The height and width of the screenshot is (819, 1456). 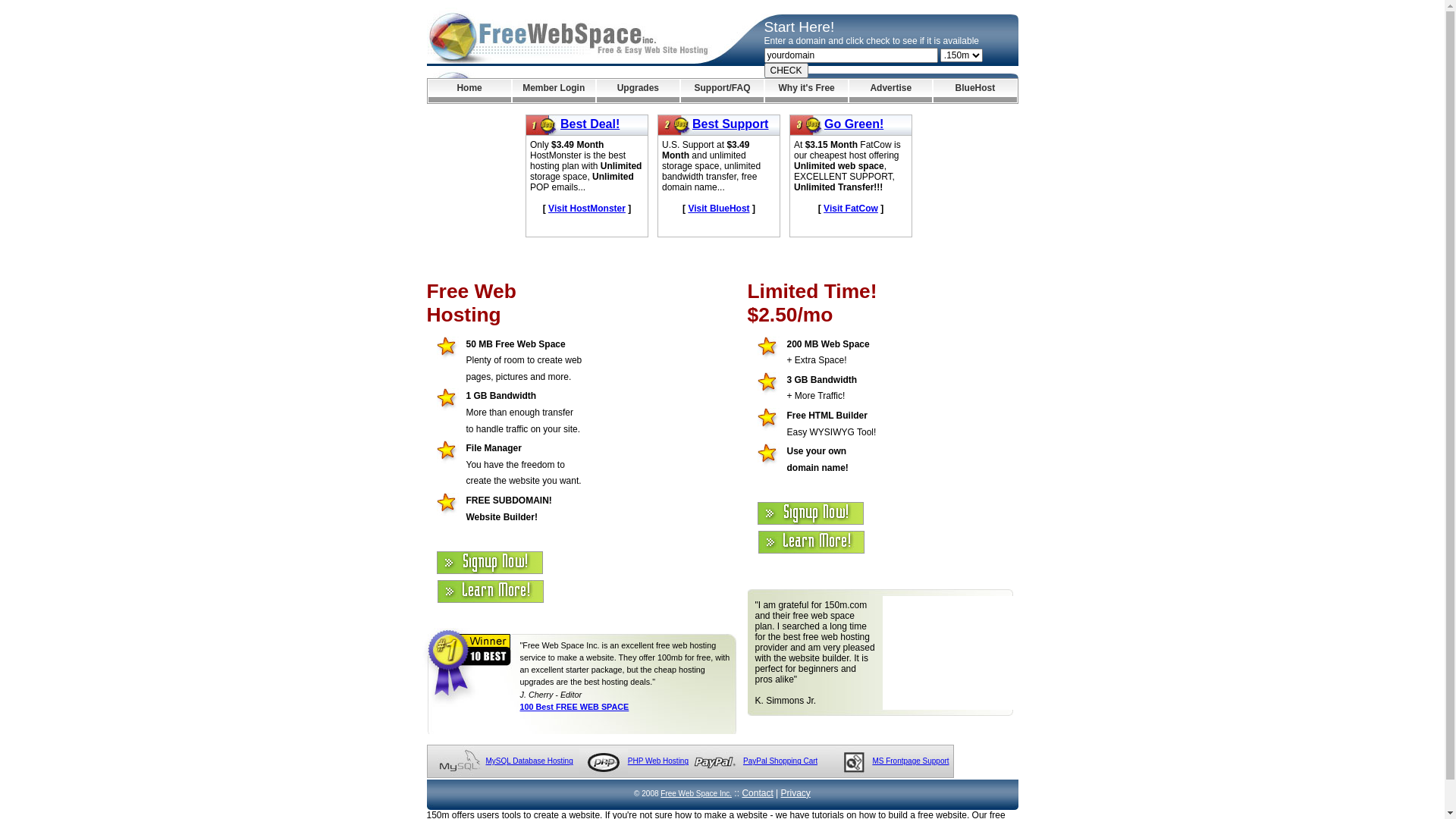 What do you see at coordinates (553, 90) in the screenshot?
I see `'Member Login'` at bounding box center [553, 90].